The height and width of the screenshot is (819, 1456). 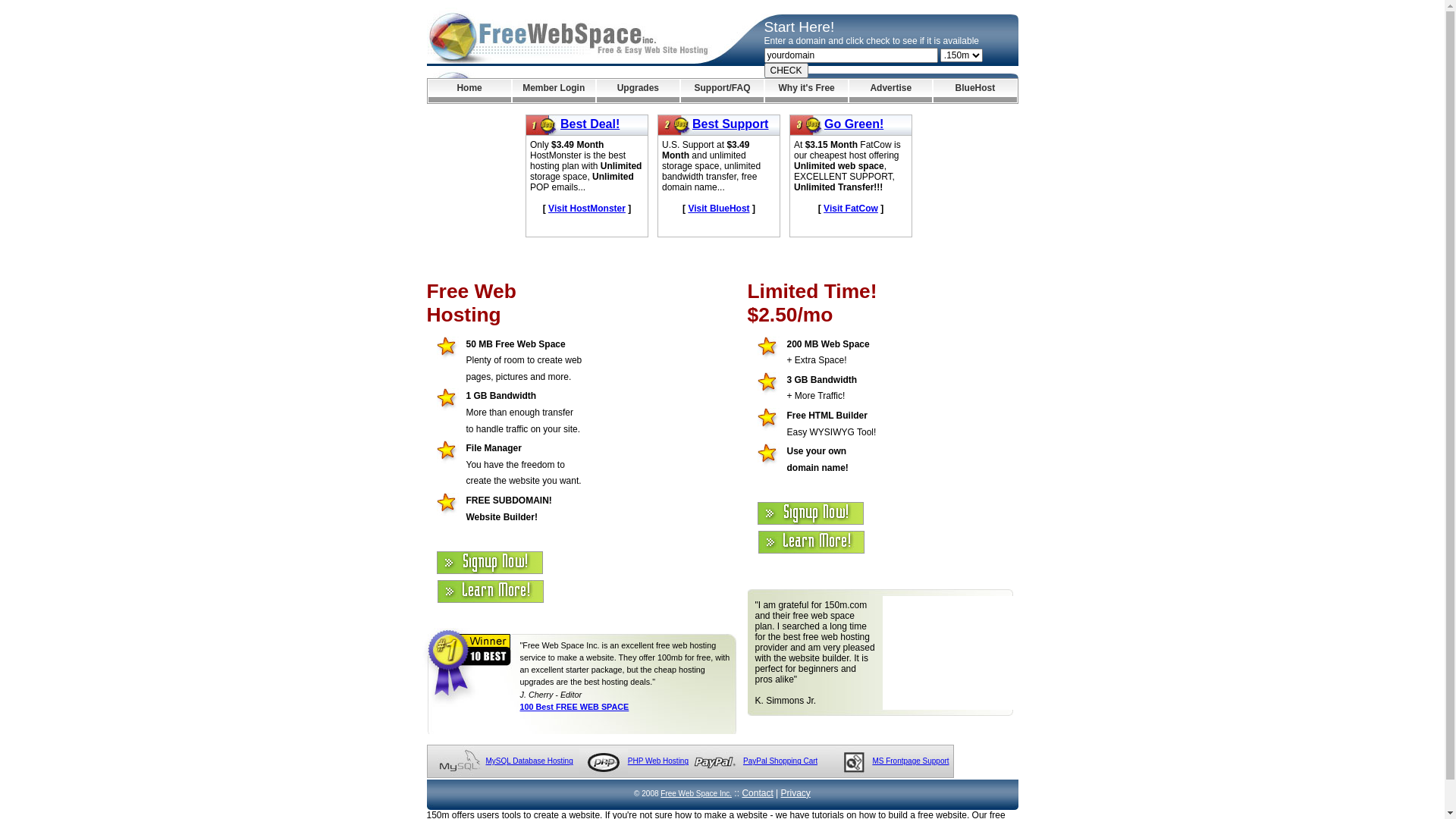 What do you see at coordinates (553, 90) in the screenshot?
I see `'Member Login'` at bounding box center [553, 90].